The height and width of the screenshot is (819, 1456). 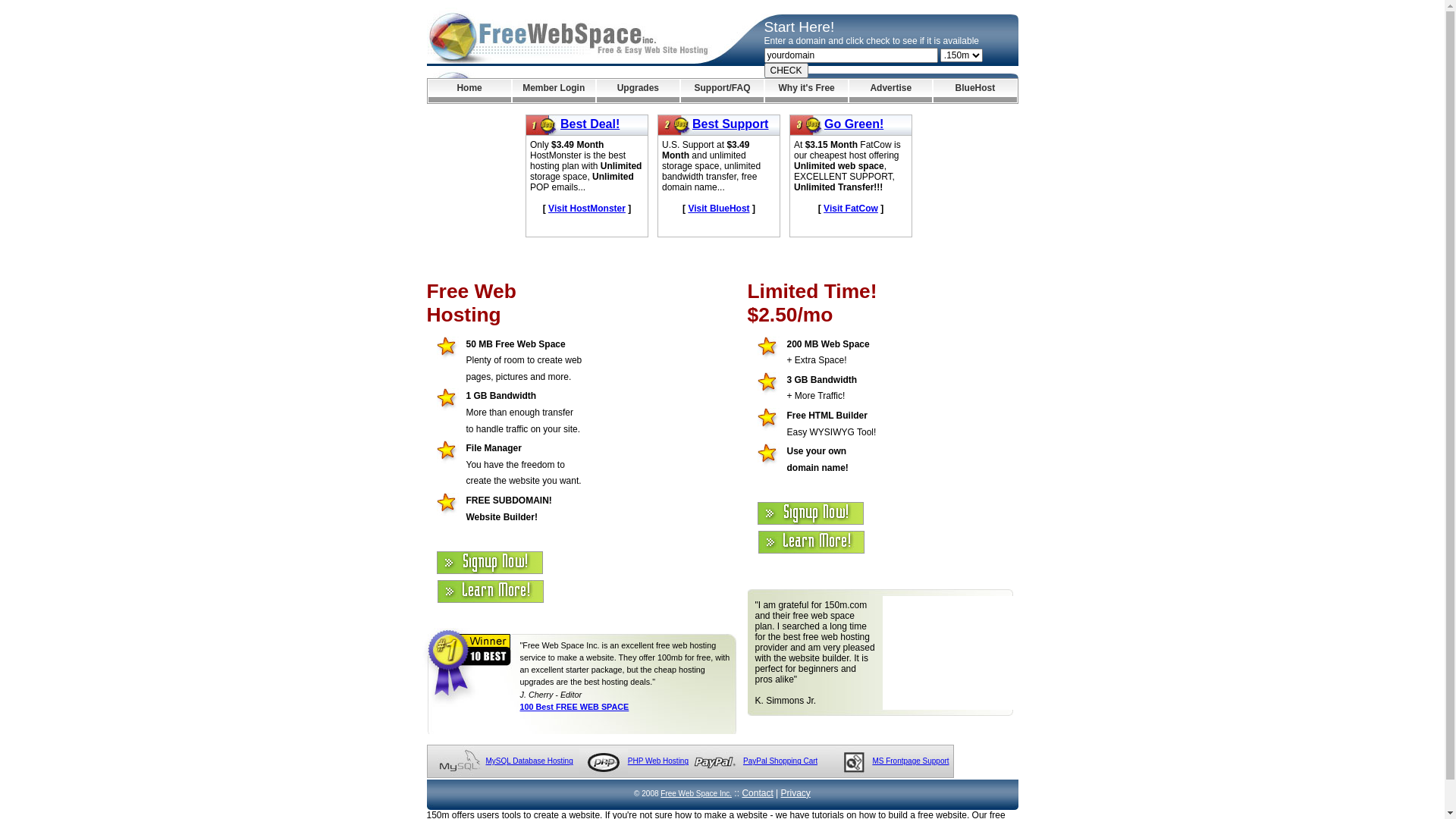 What do you see at coordinates (553, 90) in the screenshot?
I see `'Member Login'` at bounding box center [553, 90].